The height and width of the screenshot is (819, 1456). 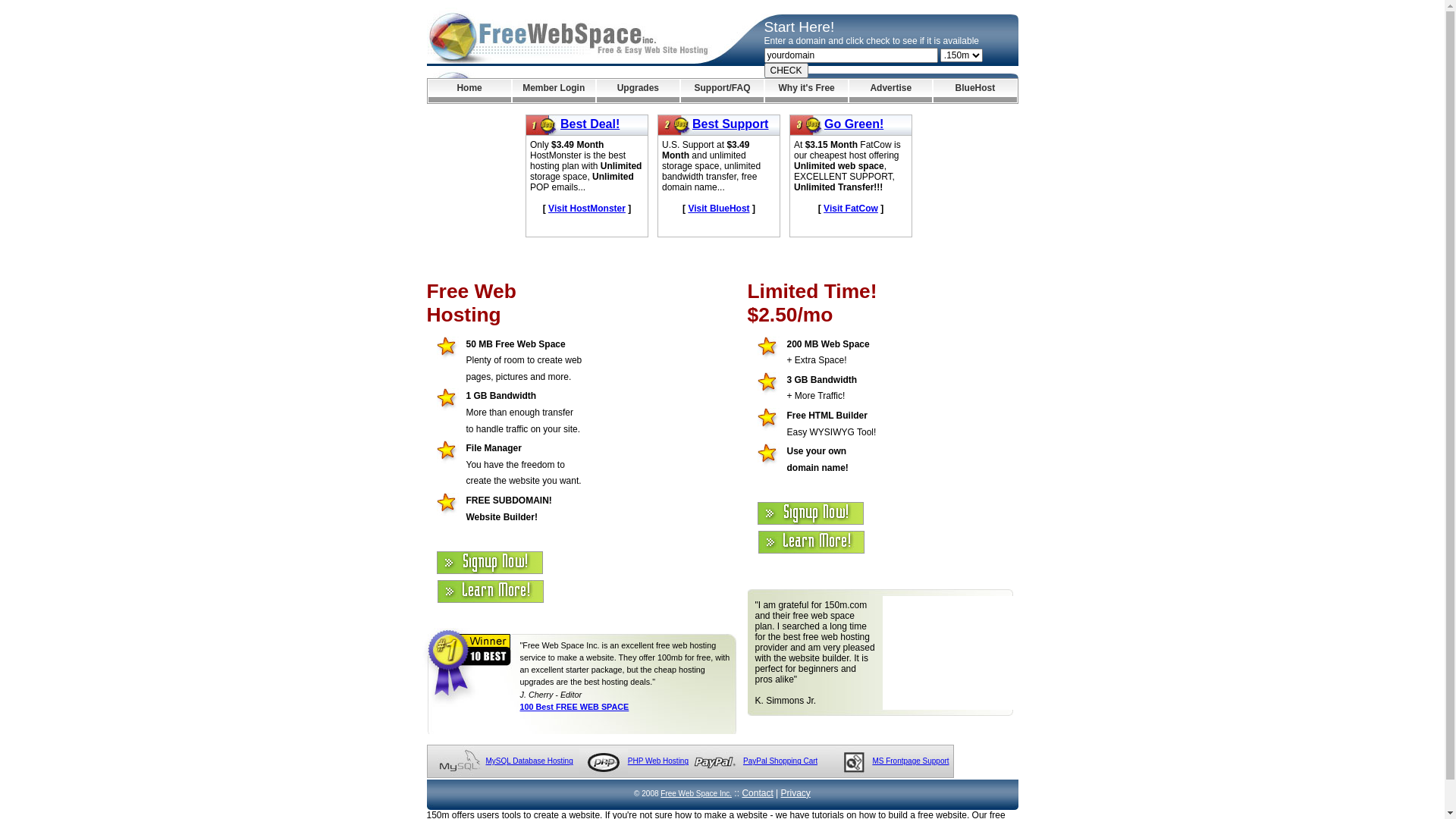 What do you see at coordinates (553, 90) in the screenshot?
I see `'Member Login'` at bounding box center [553, 90].